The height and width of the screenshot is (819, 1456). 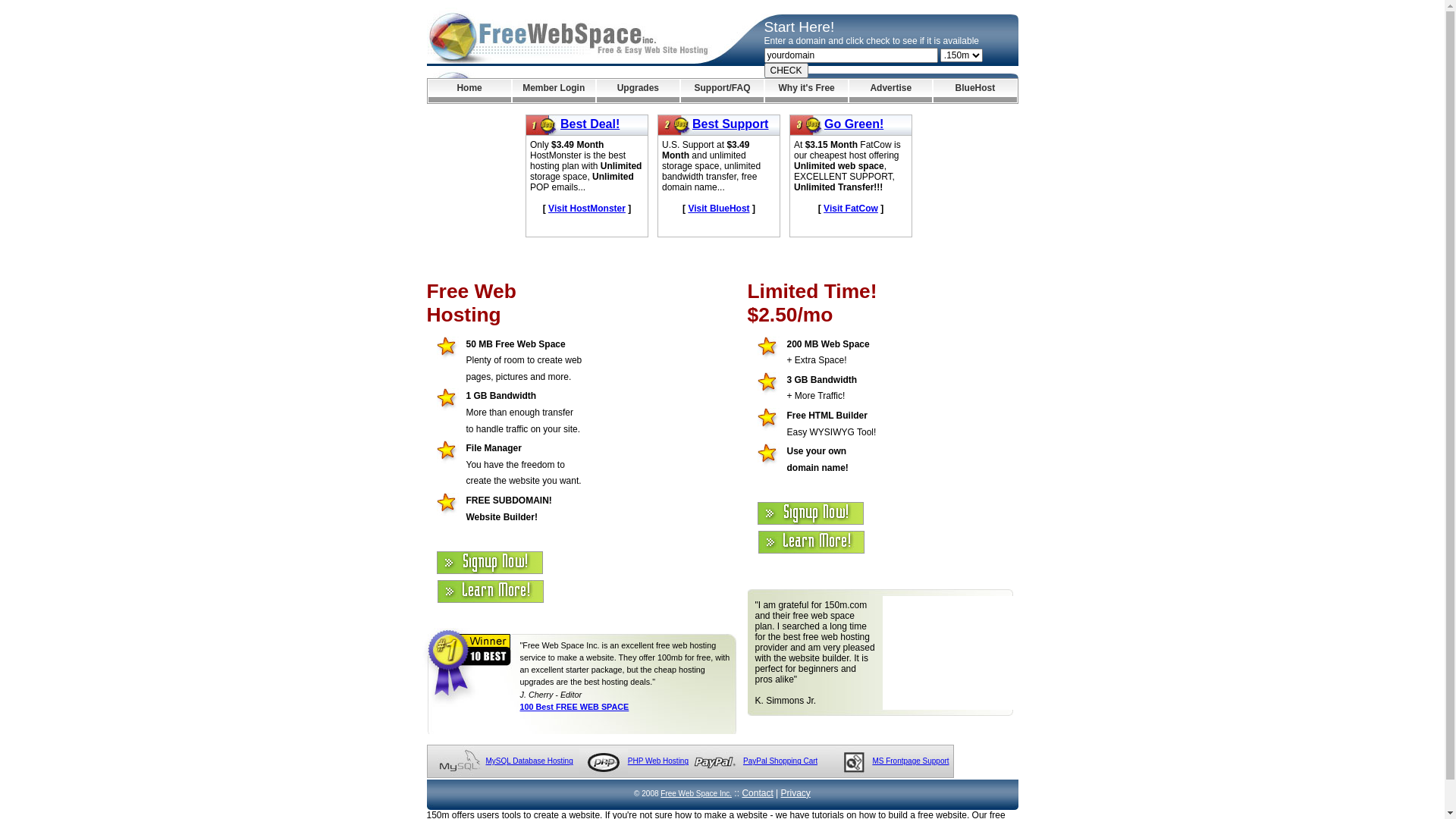 What do you see at coordinates (553, 90) in the screenshot?
I see `'Member Login'` at bounding box center [553, 90].